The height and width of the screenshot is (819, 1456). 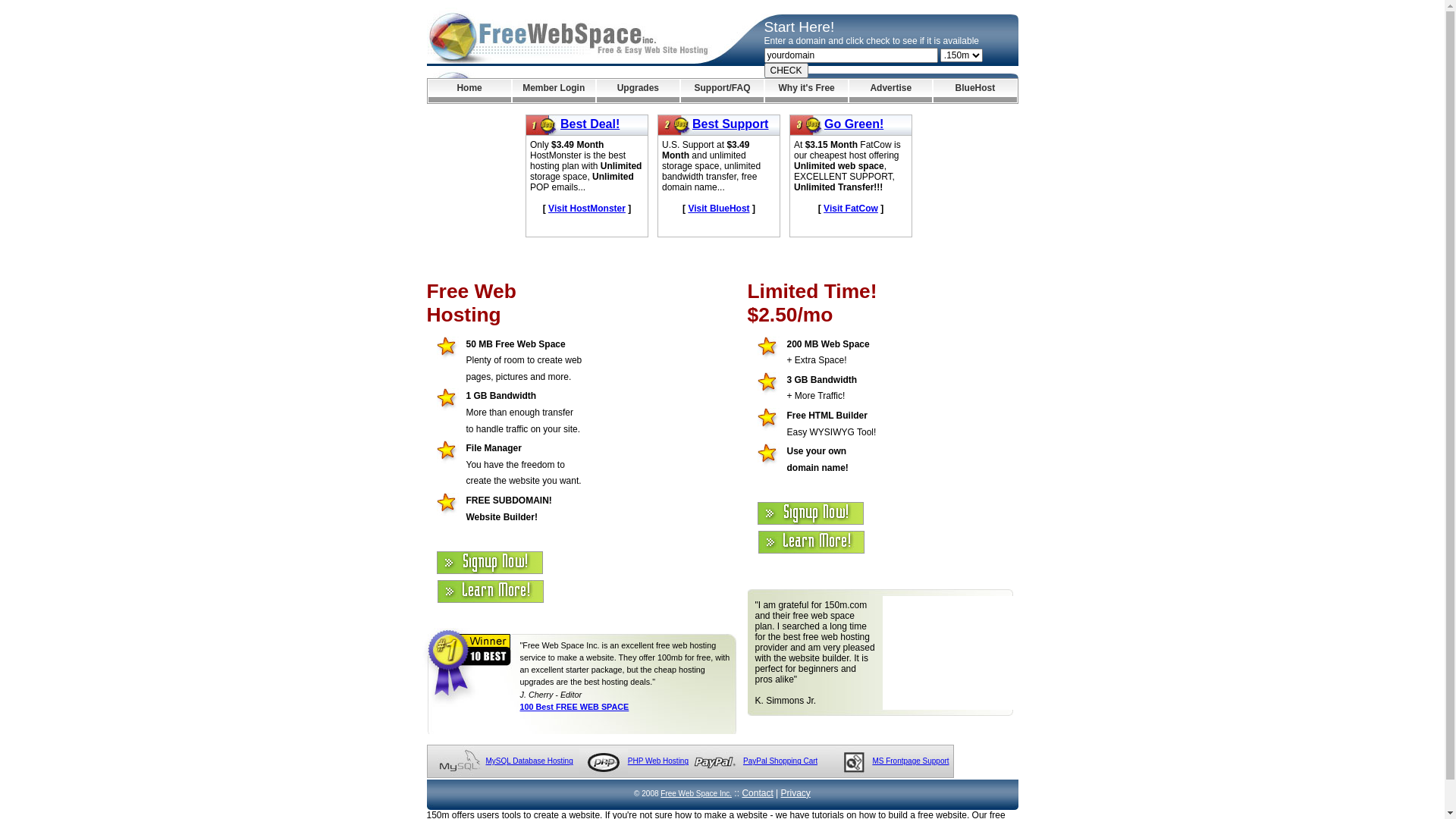 What do you see at coordinates (553, 90) in the screenshot?
I see `'Member Login'` at bounding box center [553, 90].